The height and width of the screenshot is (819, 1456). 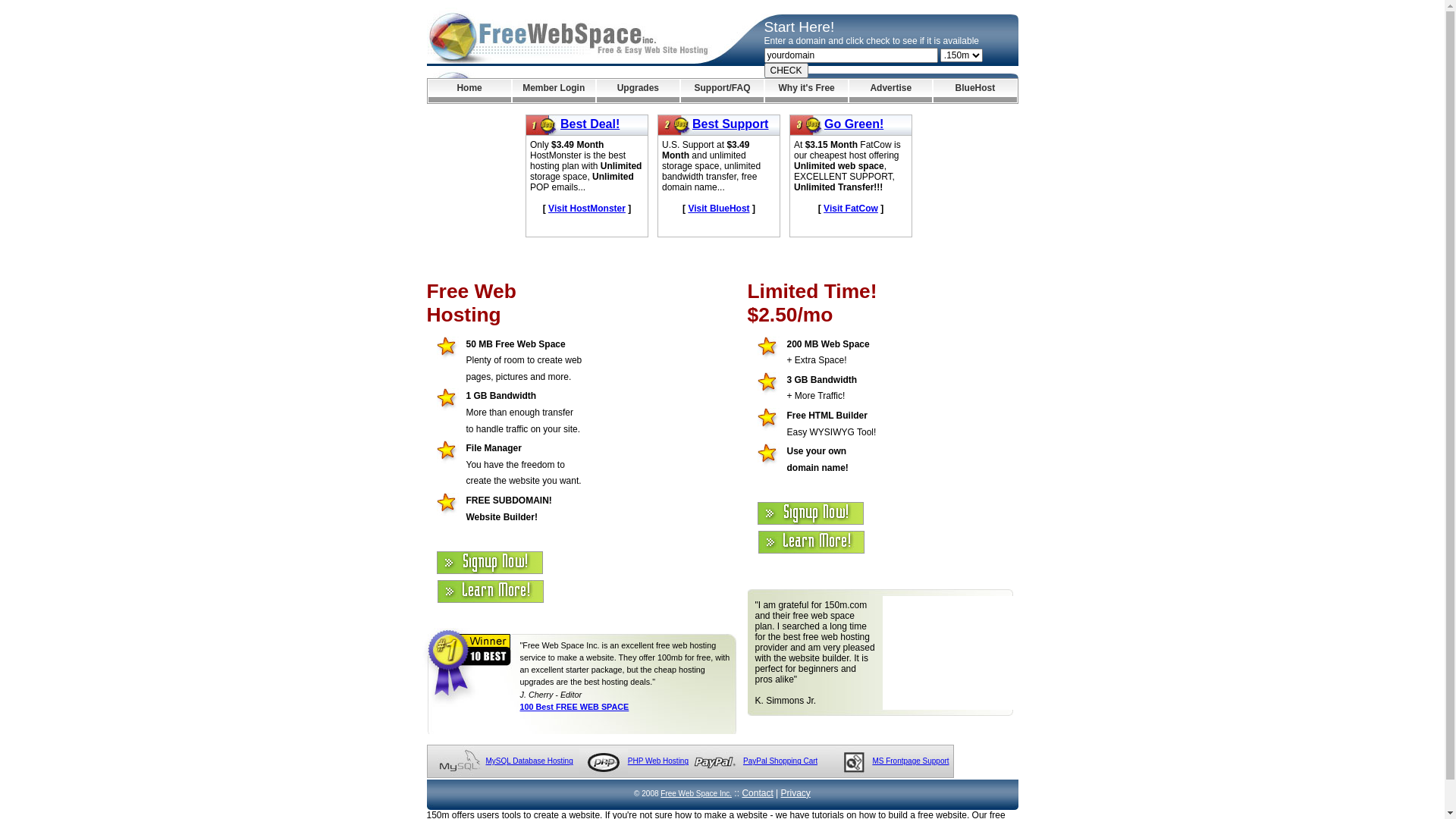 What do you see at coordinates (553, 90) in the screenshot?
I see `'Member Login'` at bounding box center [553, 90].